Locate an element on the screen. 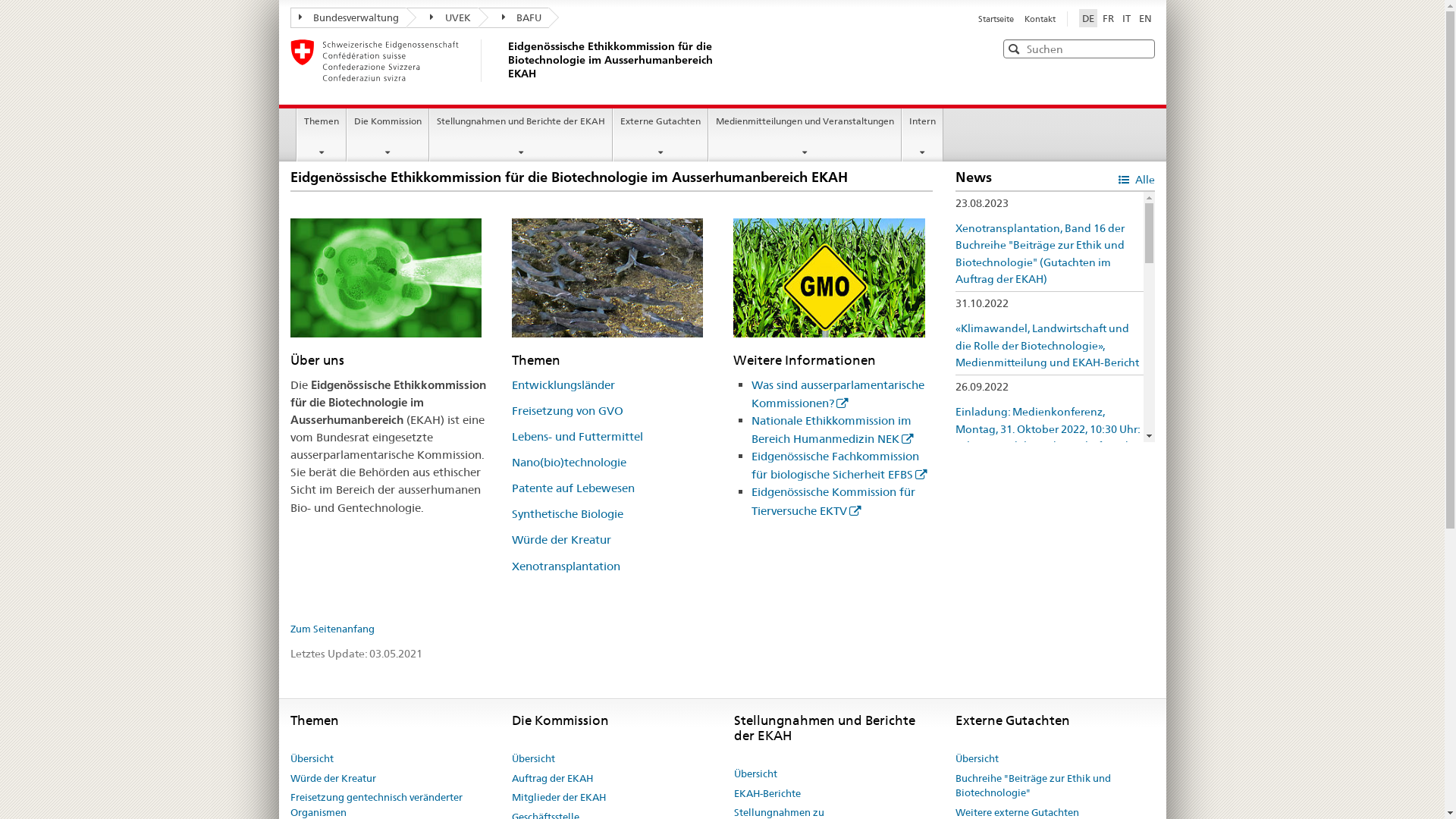 This screenshot has height=819, width=1456. 'Medienmitteilungen und Veranstaltungen' is located at coordinates (804, 133).